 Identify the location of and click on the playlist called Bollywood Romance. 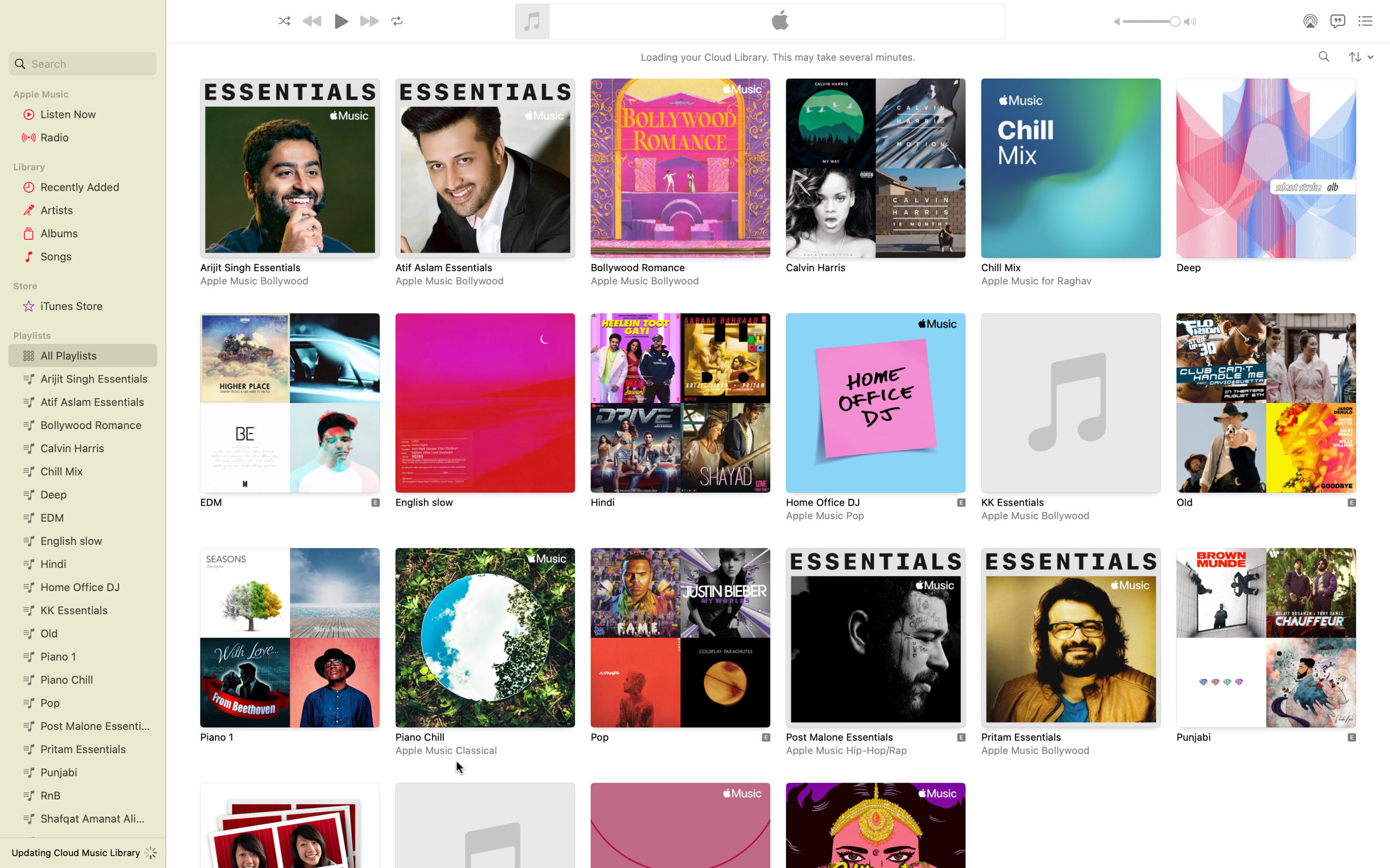
(678, 183).